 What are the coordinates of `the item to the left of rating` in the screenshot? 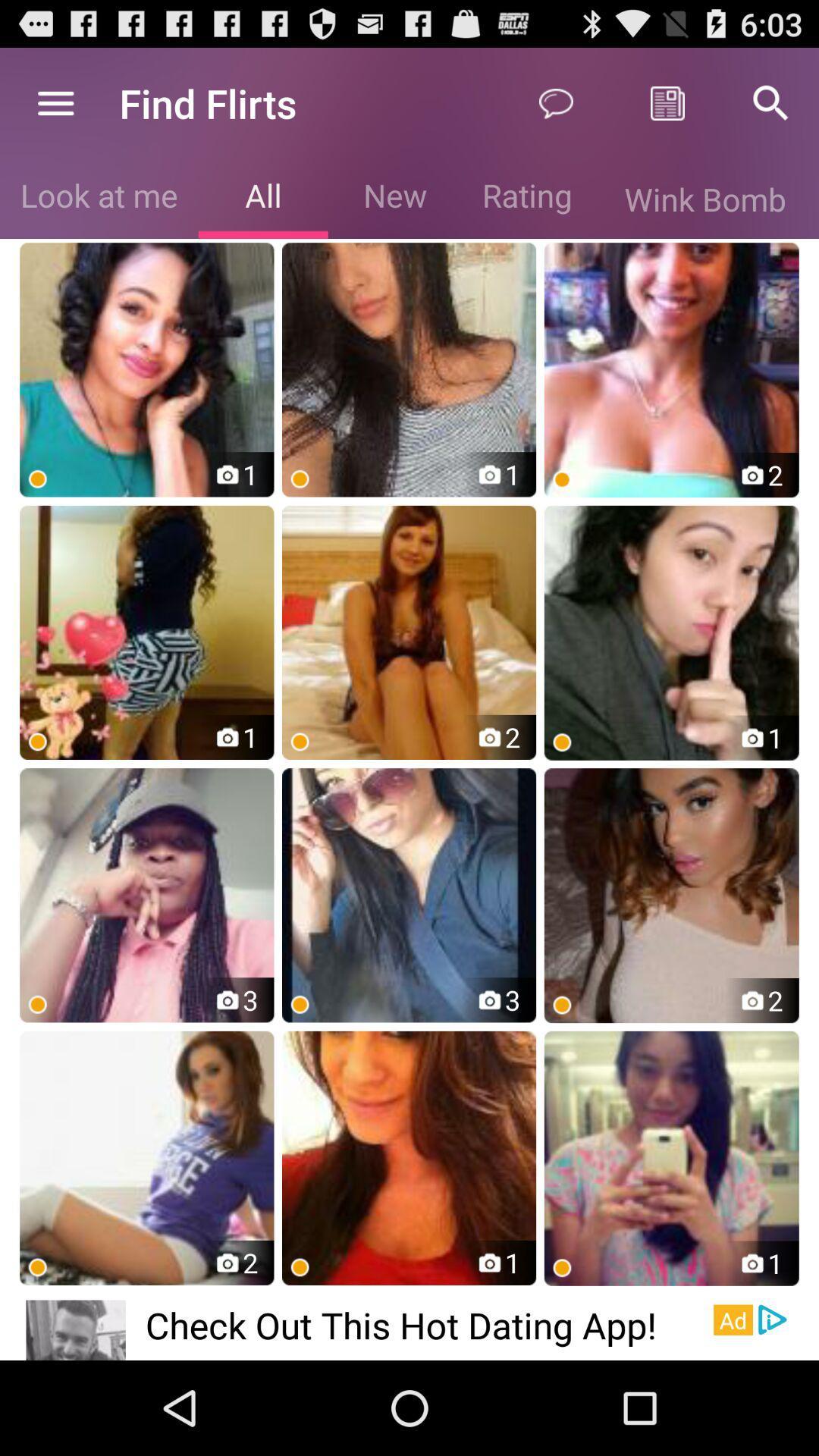 It's located at (394, 198).